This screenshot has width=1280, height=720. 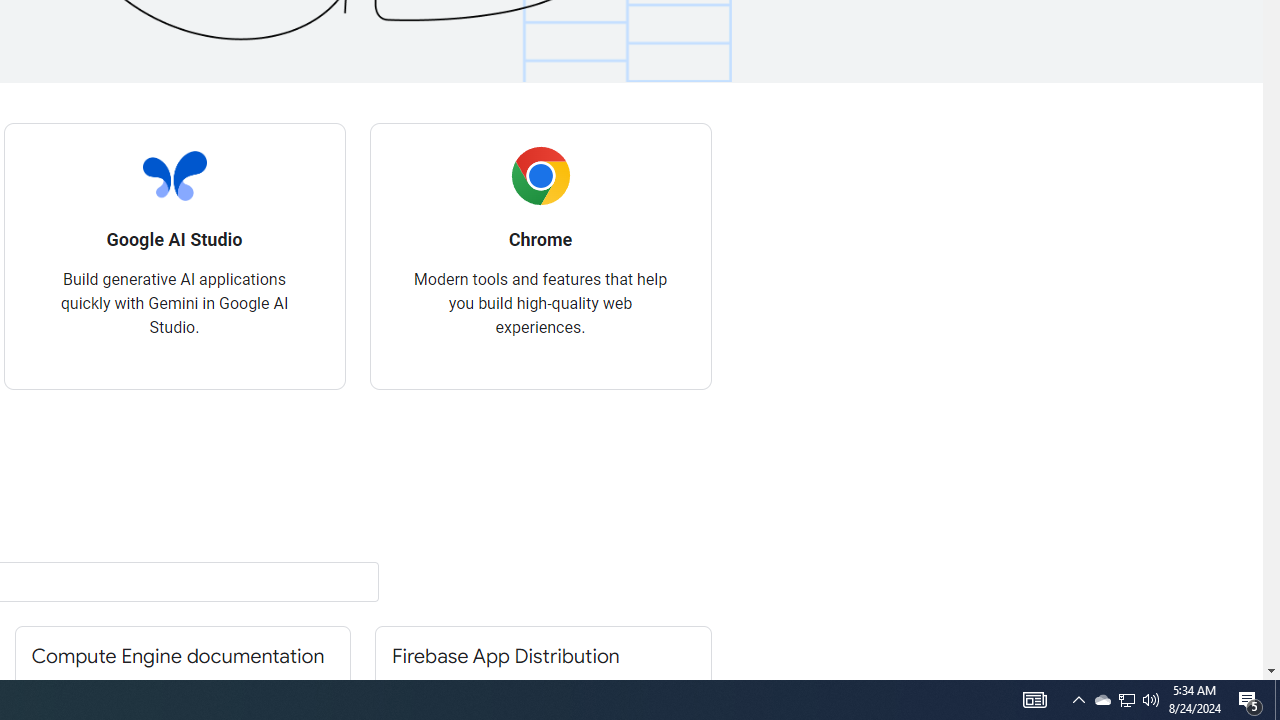 What do you see at coordinates (540, 175) in the screenshot?
I see `'ChromeOS logo'` at bounding box center [540, 175].